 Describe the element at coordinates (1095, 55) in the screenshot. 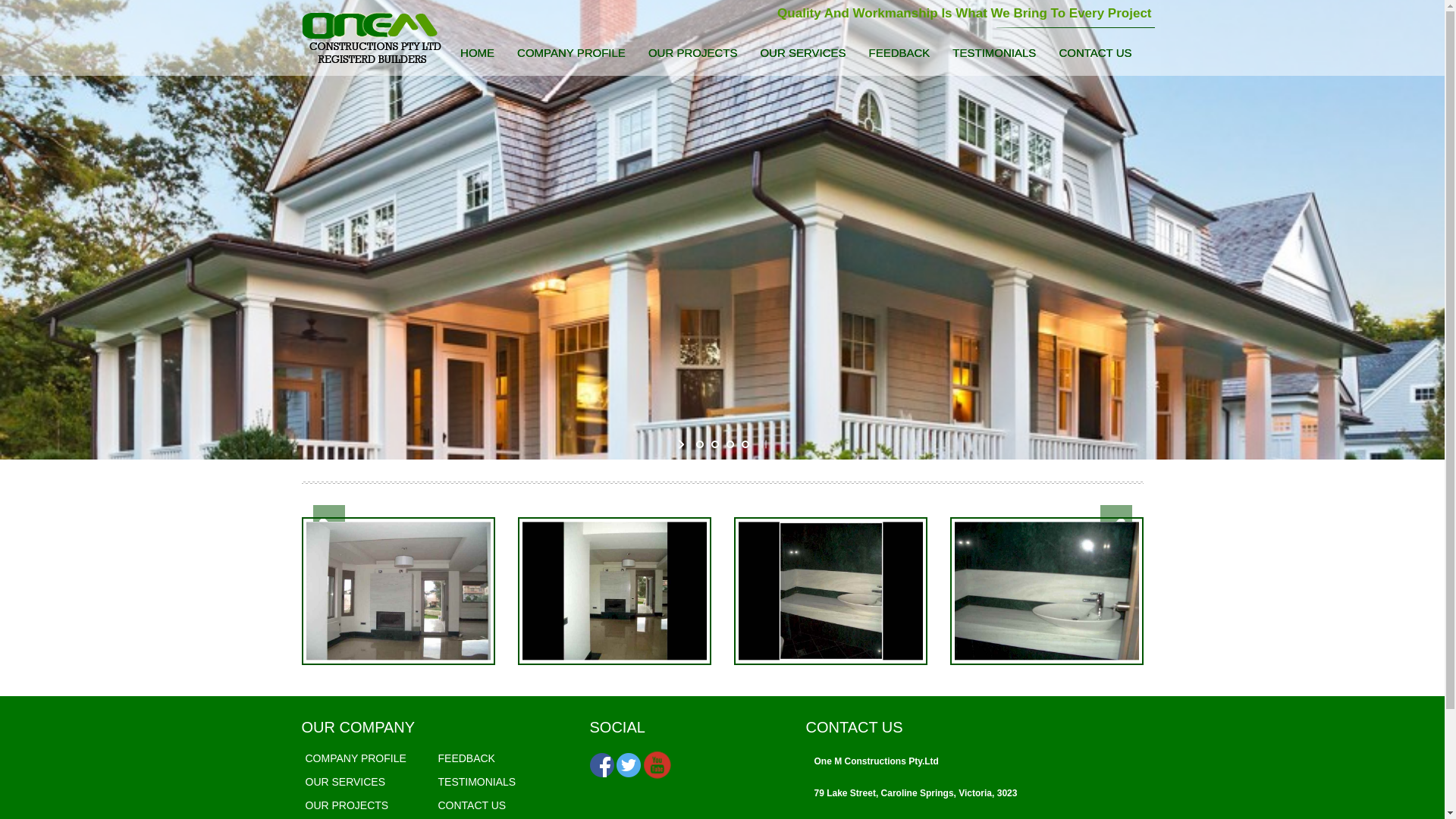

I see `'CONTACT US'` at that location.